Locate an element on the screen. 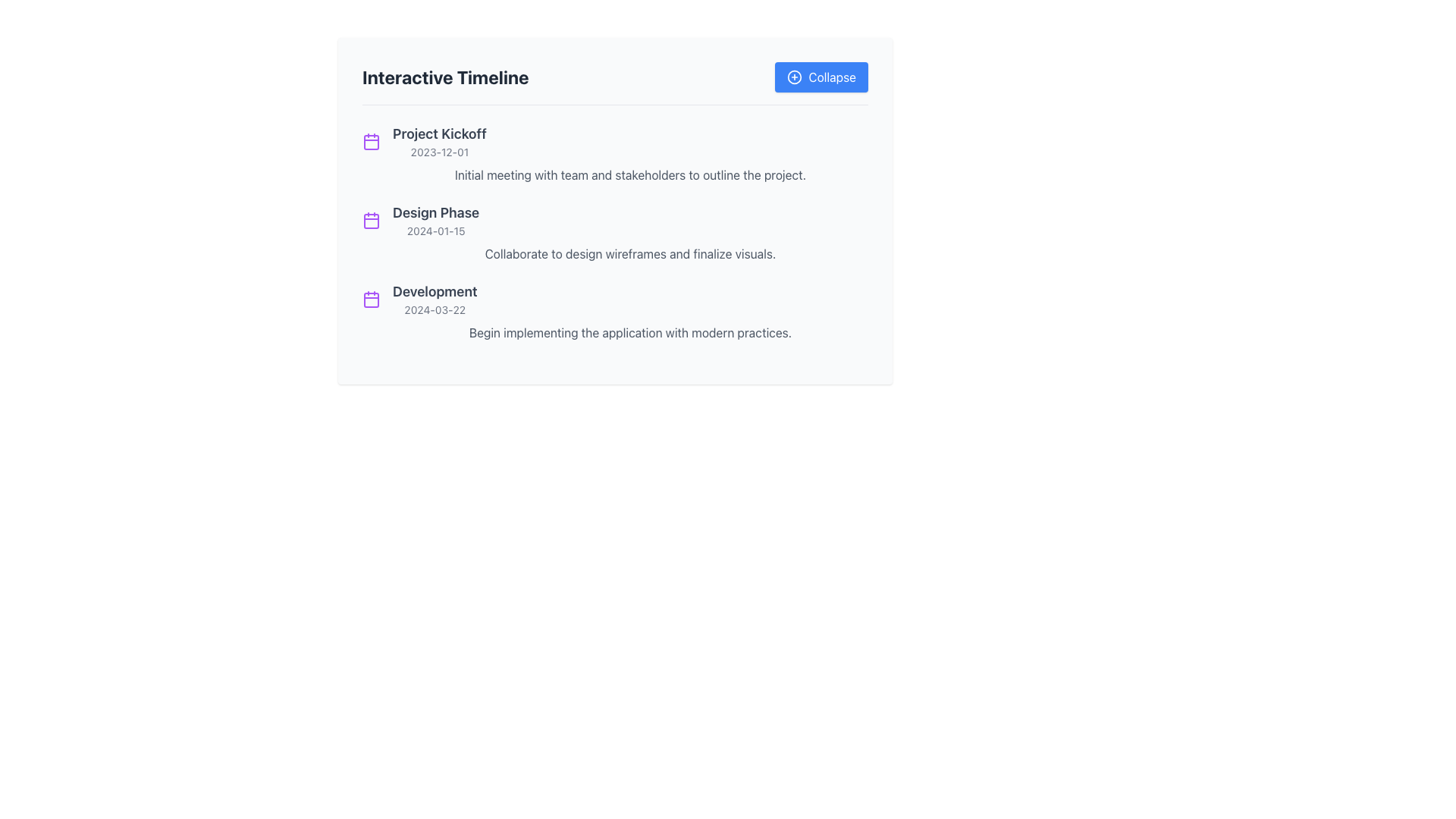  the Decorative SVG rectangle which is a rounded rectangle within the purple calendar icon, located in the lower grid section adjacent to 'Project Kickoff' is located at coordinates (371, 300).